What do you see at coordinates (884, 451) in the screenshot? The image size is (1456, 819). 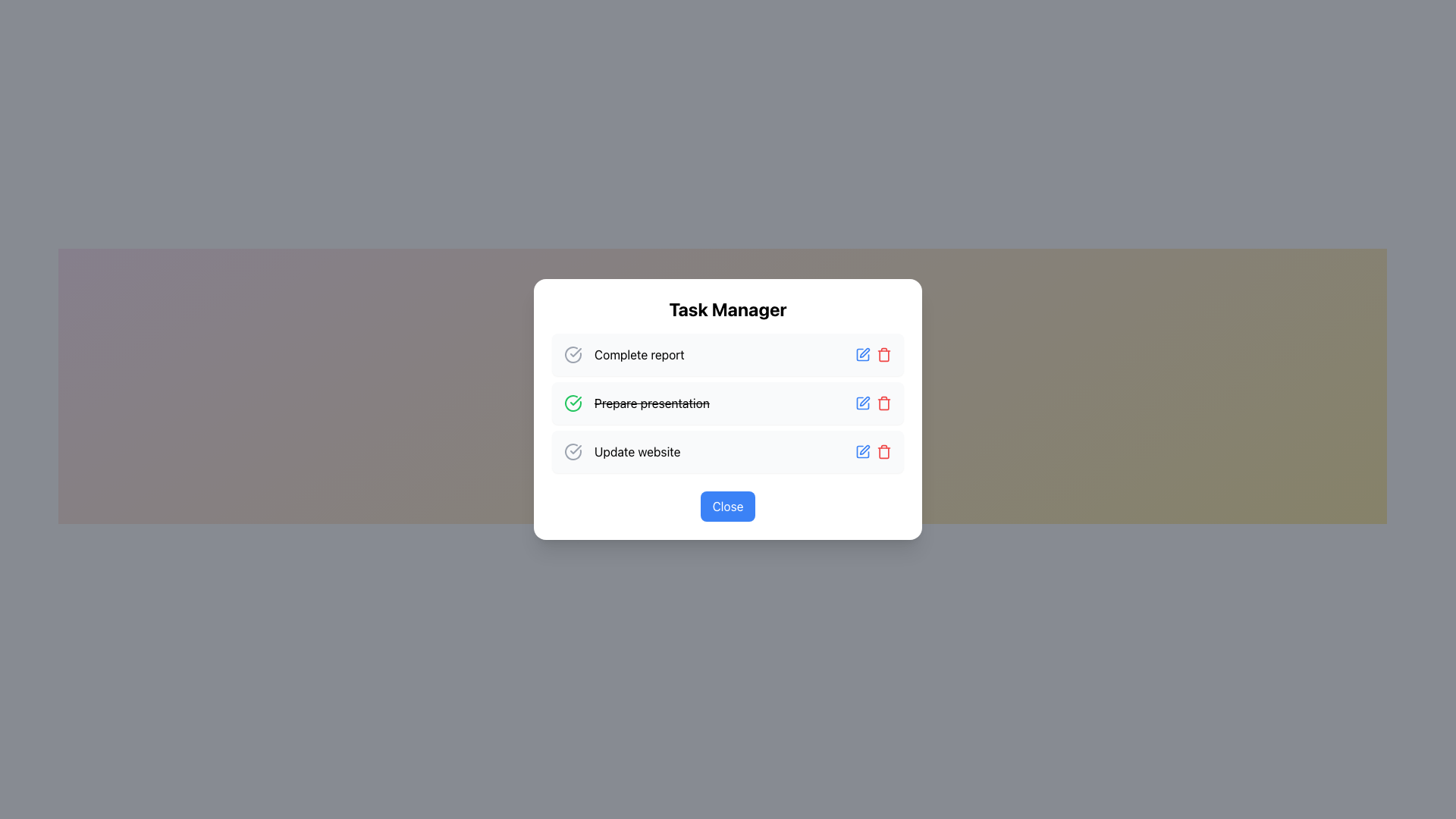 I see `the trash icon located in the bottom-right corner of the 'Prepare presentation' task row` at bounding box center [884, 451].